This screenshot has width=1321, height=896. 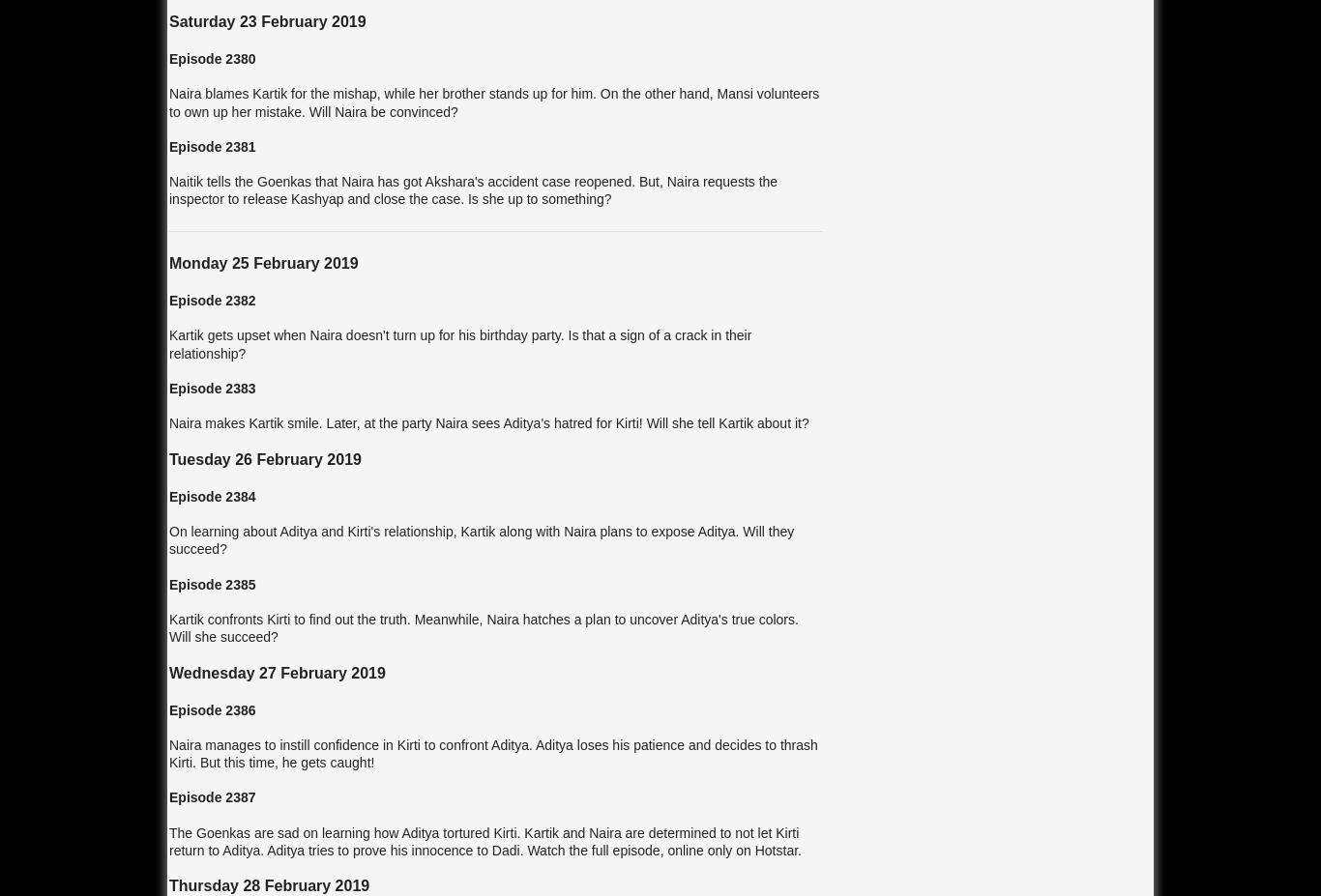 I want to click on 'Kartik confronts Kirti to find out the truth. Meanwhile, Naira hatches a plan to uncover Aditya's true colors. Will she succeed?', so click(x=483, y=626).